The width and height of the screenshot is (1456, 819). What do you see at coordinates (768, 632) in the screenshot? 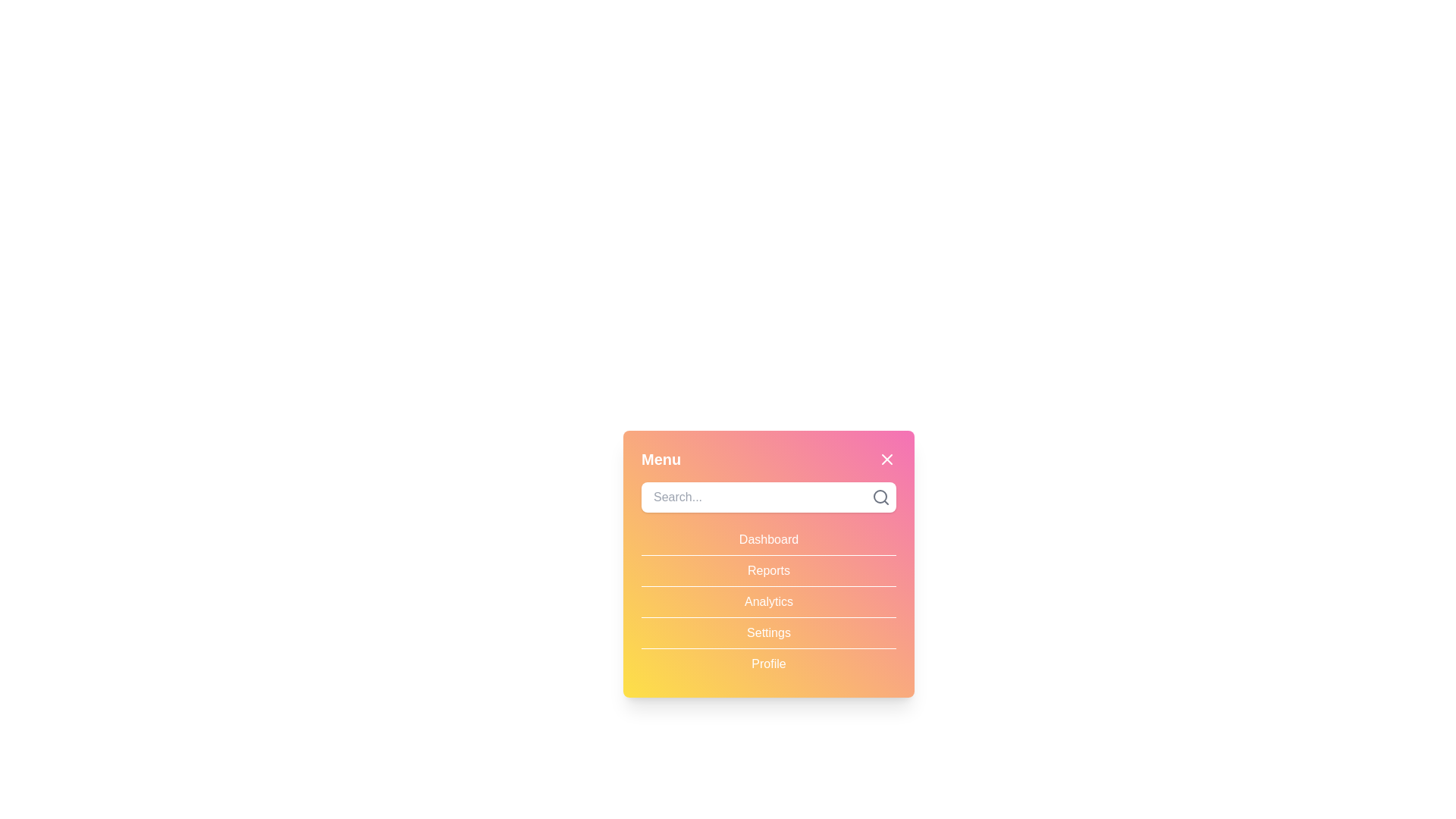
I see `the menu item Settings to select it` at bounding box center [768, 632].